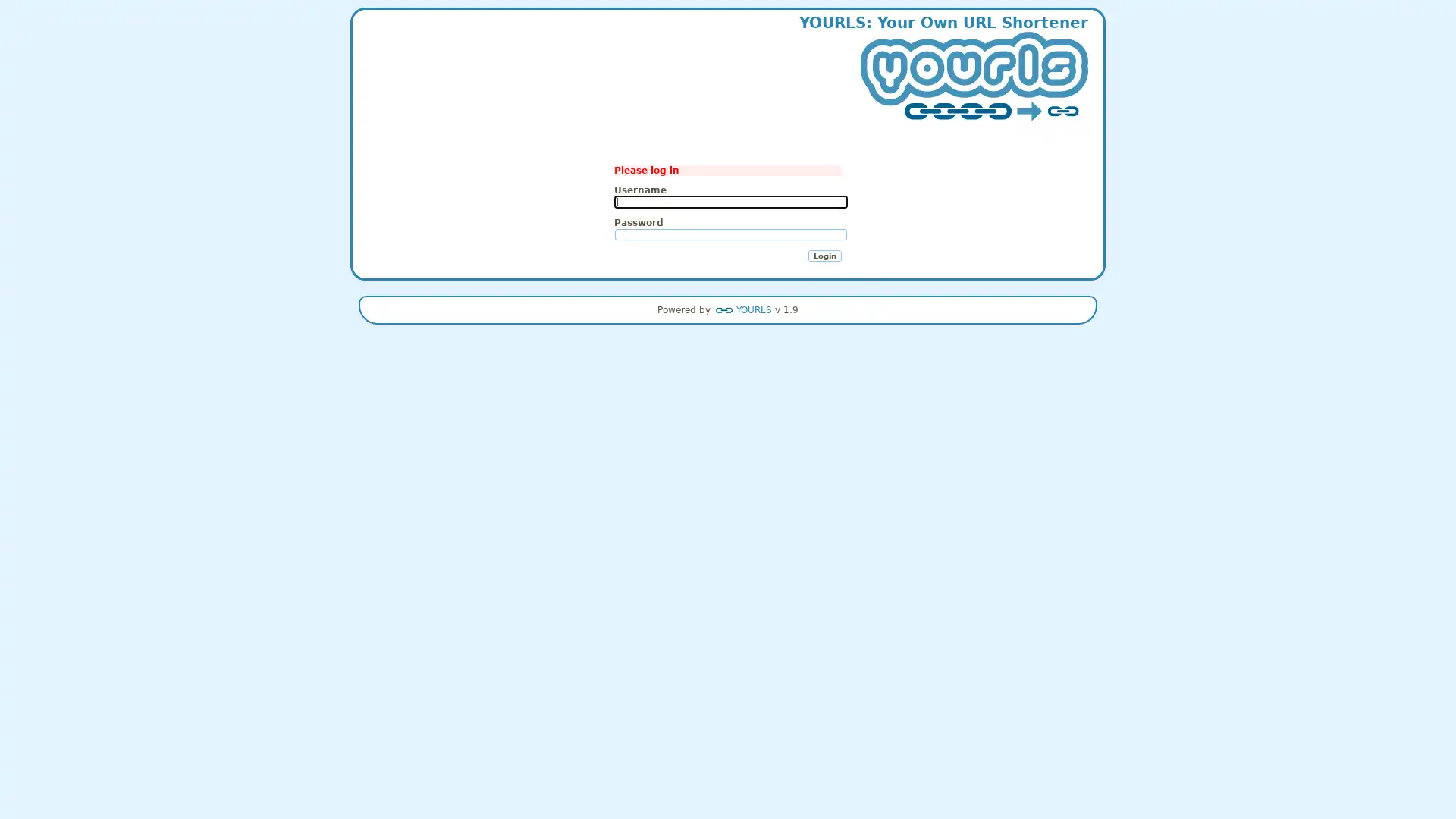 The image size is (1456, 819). Describe the element at coordinates (824, 255) in the screenshot. I see `Login` at that location.